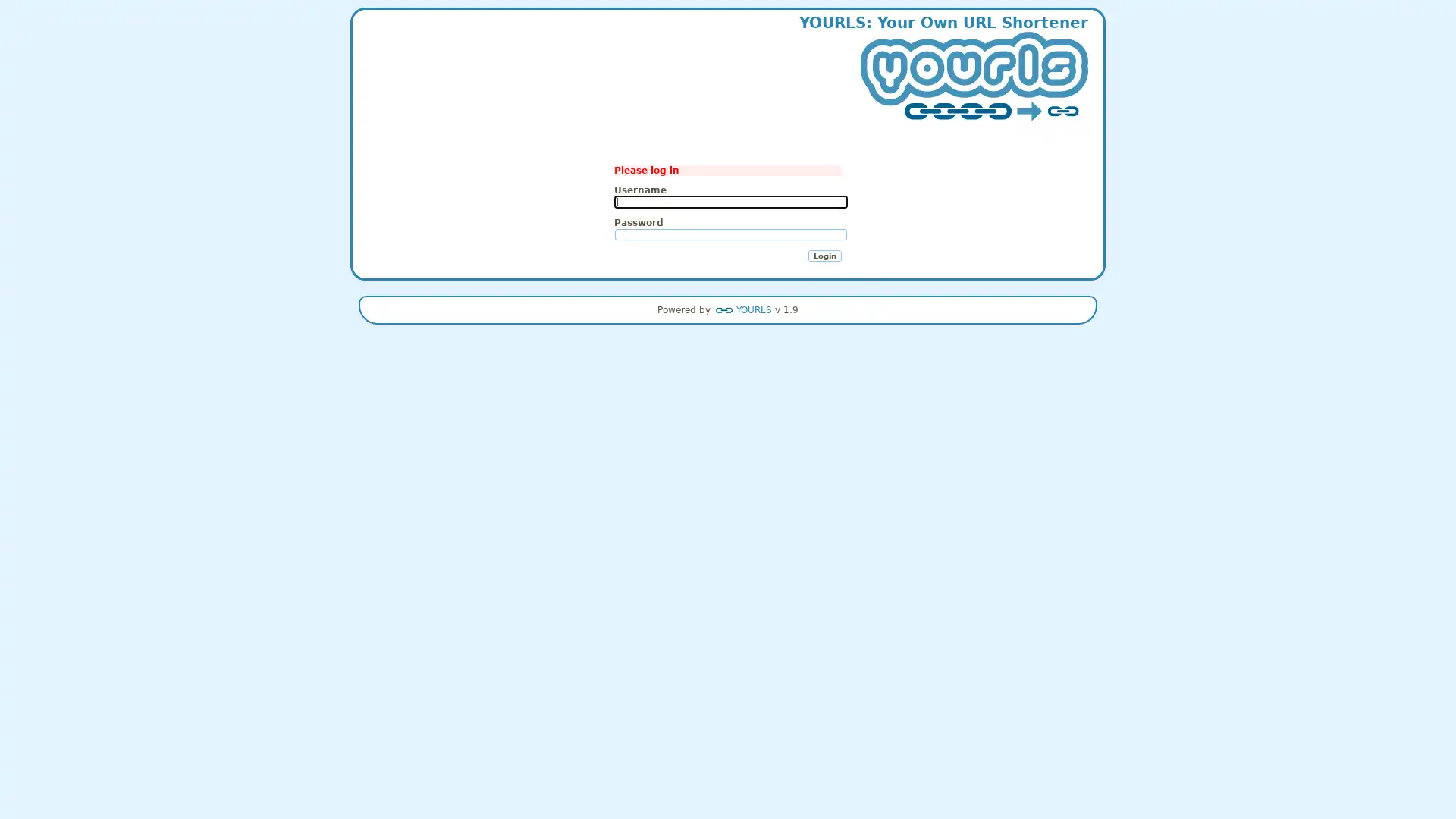 The image size is (1456, 819). Describe the element at coordinates (824, 255) in the screenshot. I see `Login` at that location.